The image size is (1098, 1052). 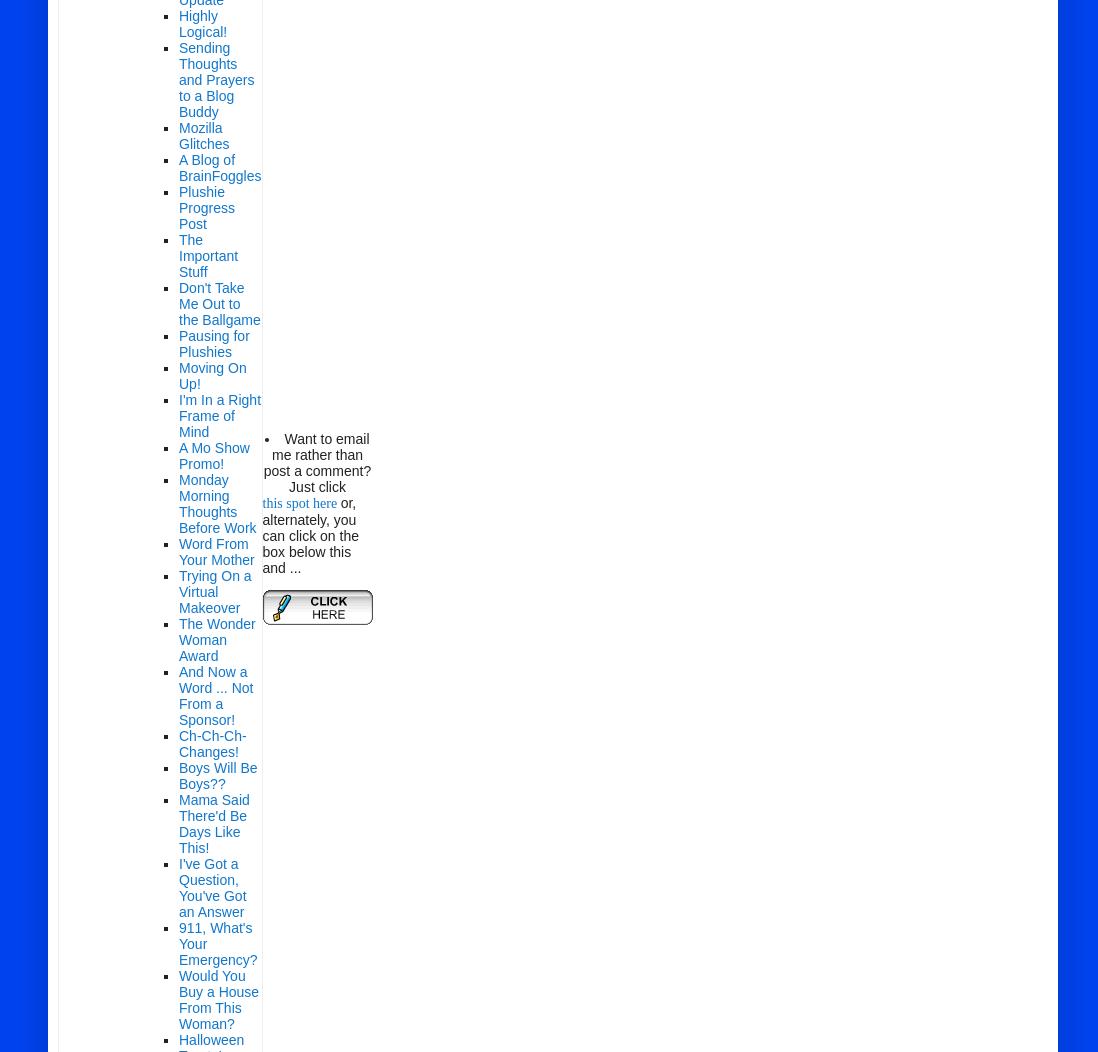 What do you see at coordinates (211, 375) in the screenshot?
I see `'Moving On Up!'` at bounding box center [211, 375].